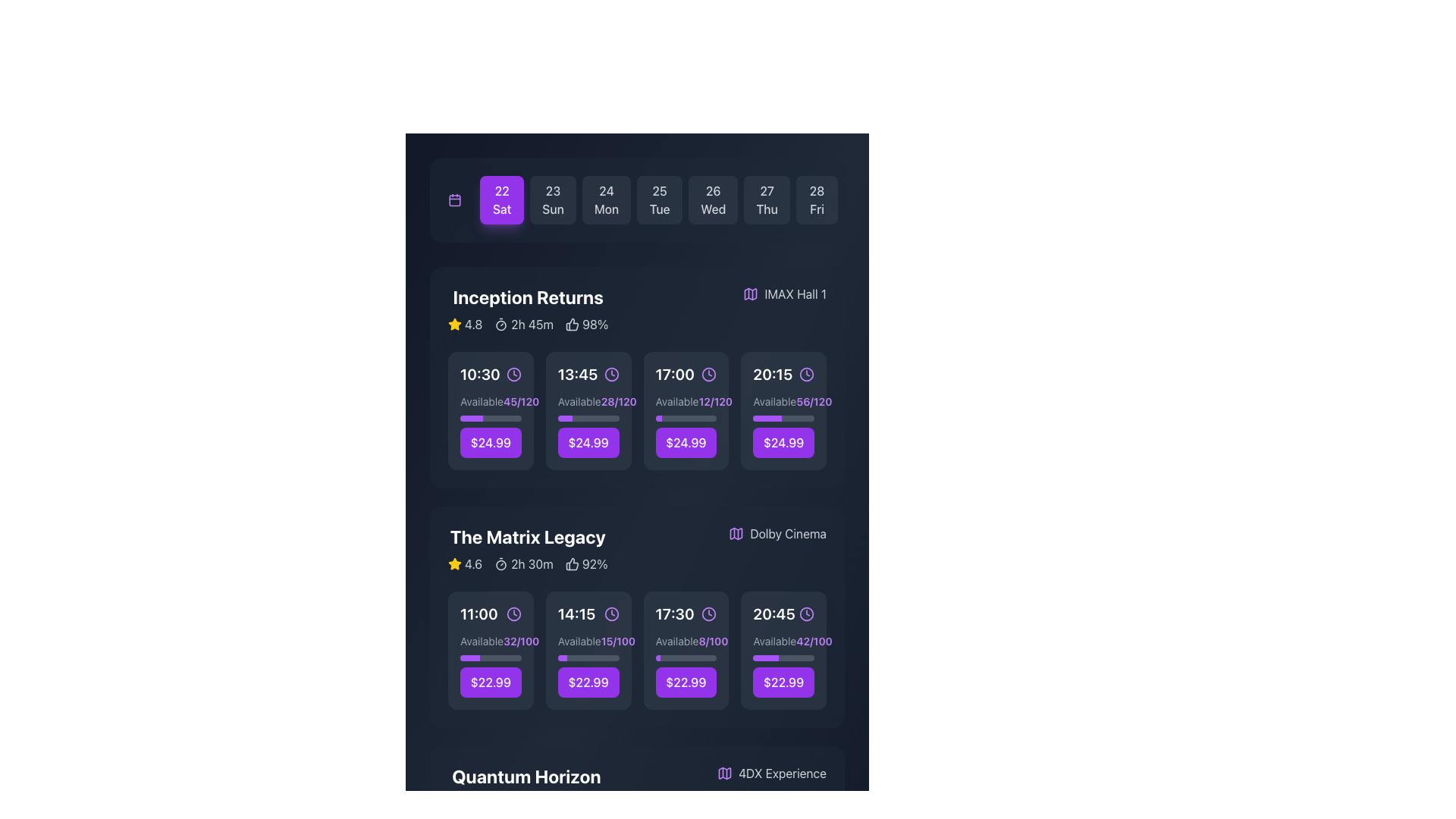 The image size is (1456, 819). What do you see at coordinates (712, 641) in the screenshot?
I see `the availability status label for the 17:30 time slot in 'The Matrix Legacy' section, which shows the fraction or count of available seats or resources out of the total` at bounding box center [712, 641].